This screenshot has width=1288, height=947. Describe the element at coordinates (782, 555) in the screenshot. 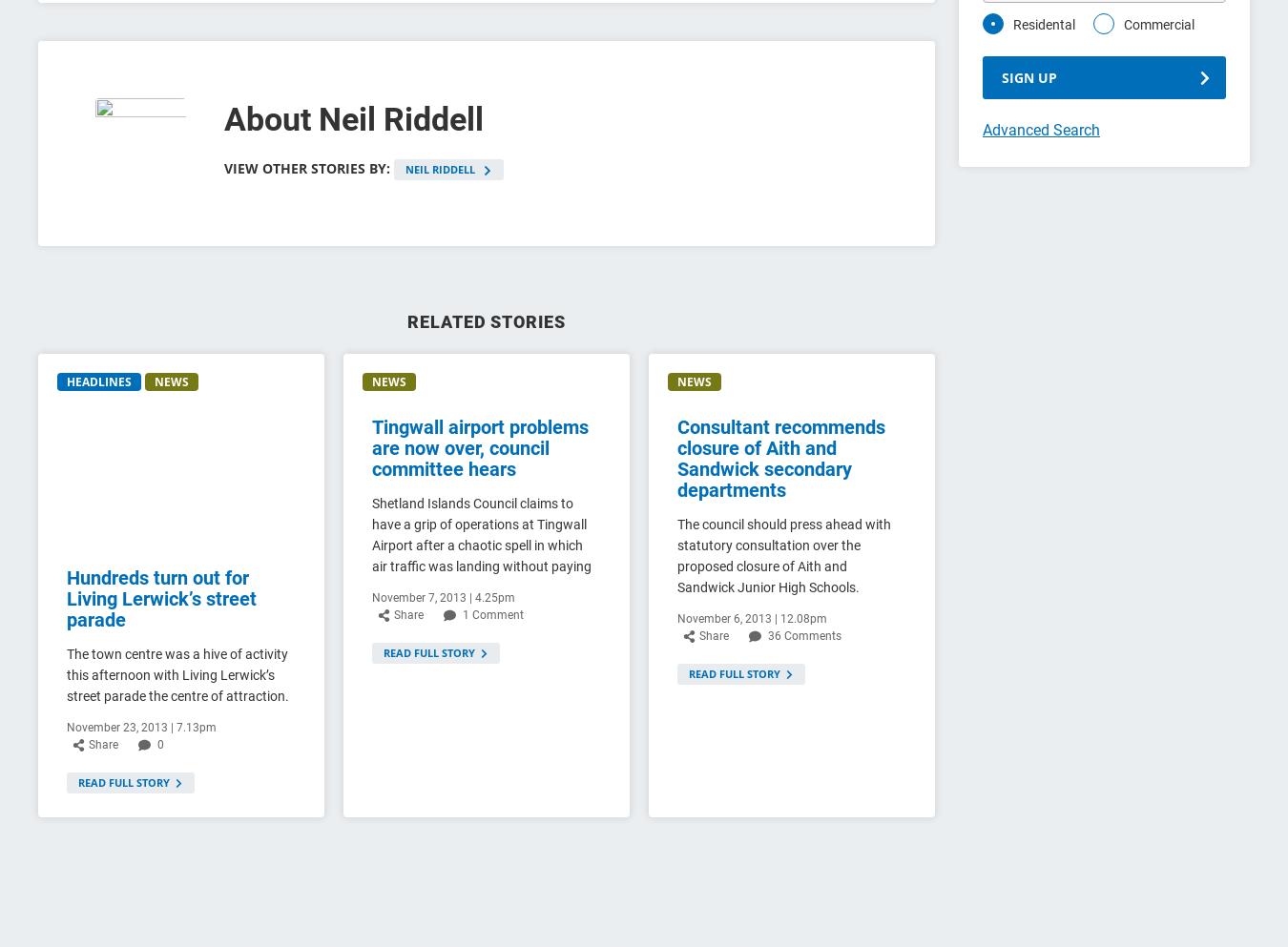

I see `'The council should press ahead with statutory consultation over the proposed closure of Aith and Sandwick Junior High Schools.'` at that location.